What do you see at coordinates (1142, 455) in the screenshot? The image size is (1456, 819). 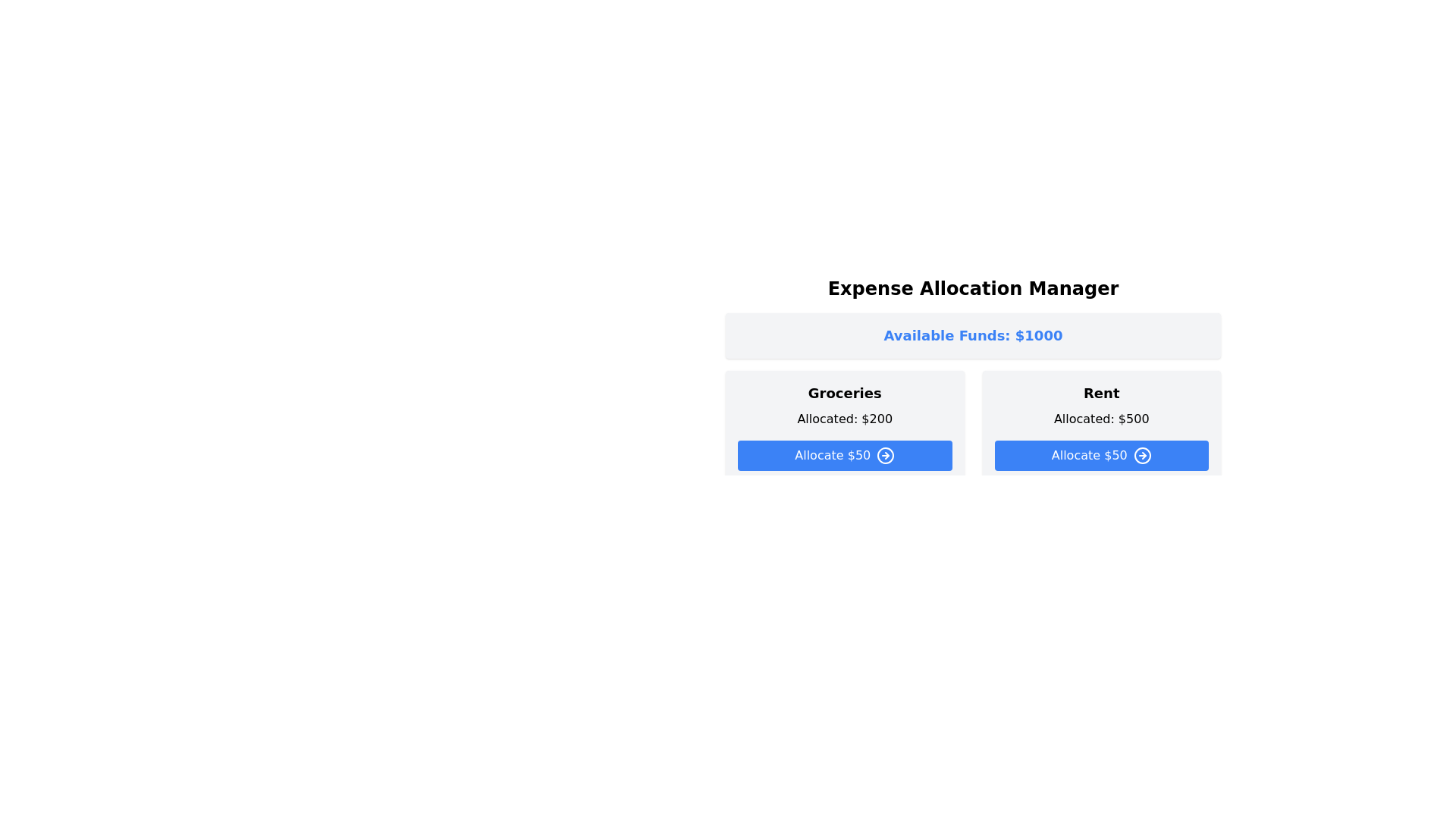 I see `the icon located on the button labeled 'Allocate $50', which is positioned in the right section of a two-column layout, directly related to the 'Rent' section above it` at bounding box center [1142, 455].